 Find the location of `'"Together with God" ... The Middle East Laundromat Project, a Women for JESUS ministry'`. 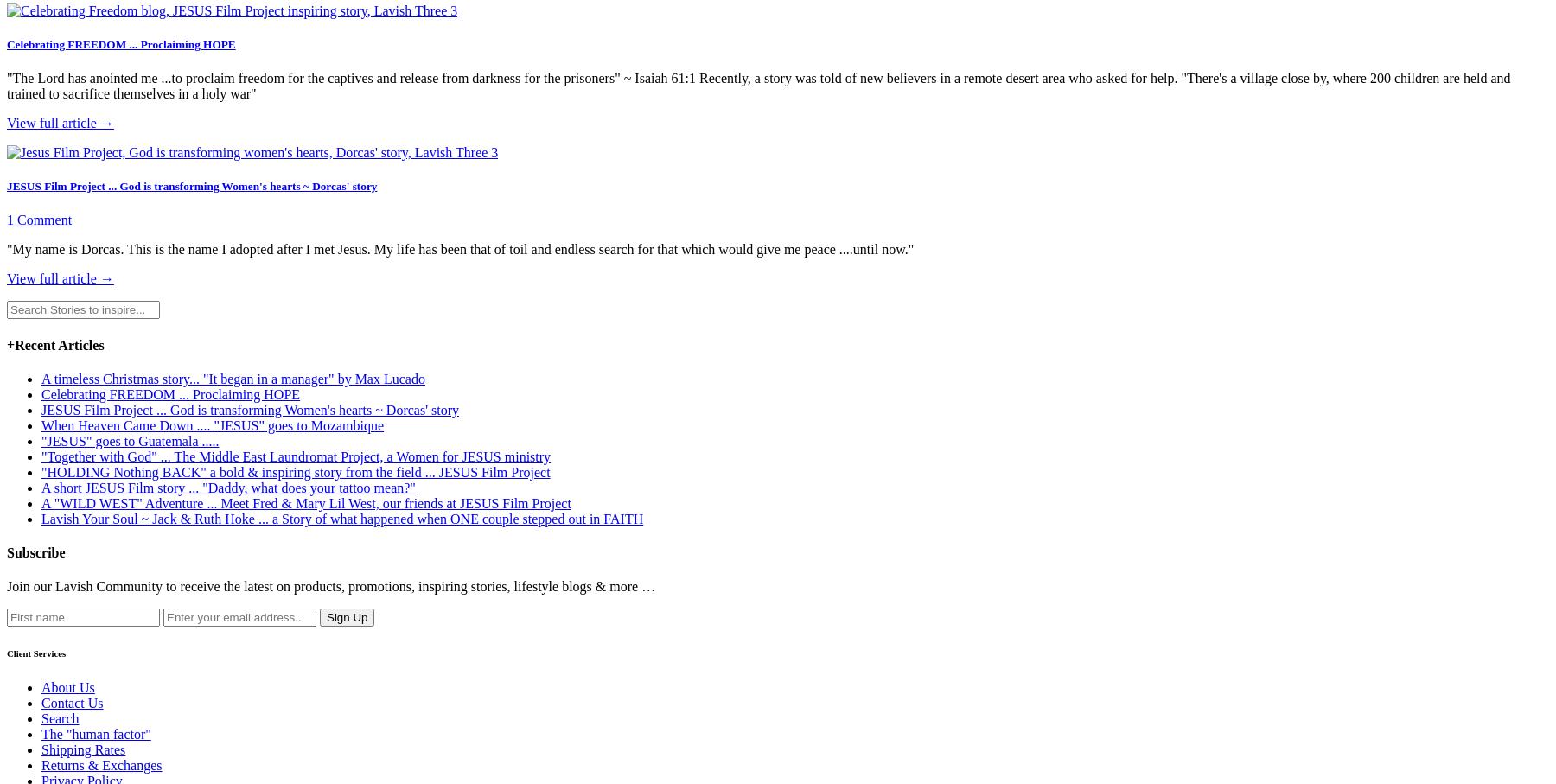

'"Together with God" ... The Middle East Laundromat Project, a Women for JESUS ministry' is located at coordinates (296, 455).